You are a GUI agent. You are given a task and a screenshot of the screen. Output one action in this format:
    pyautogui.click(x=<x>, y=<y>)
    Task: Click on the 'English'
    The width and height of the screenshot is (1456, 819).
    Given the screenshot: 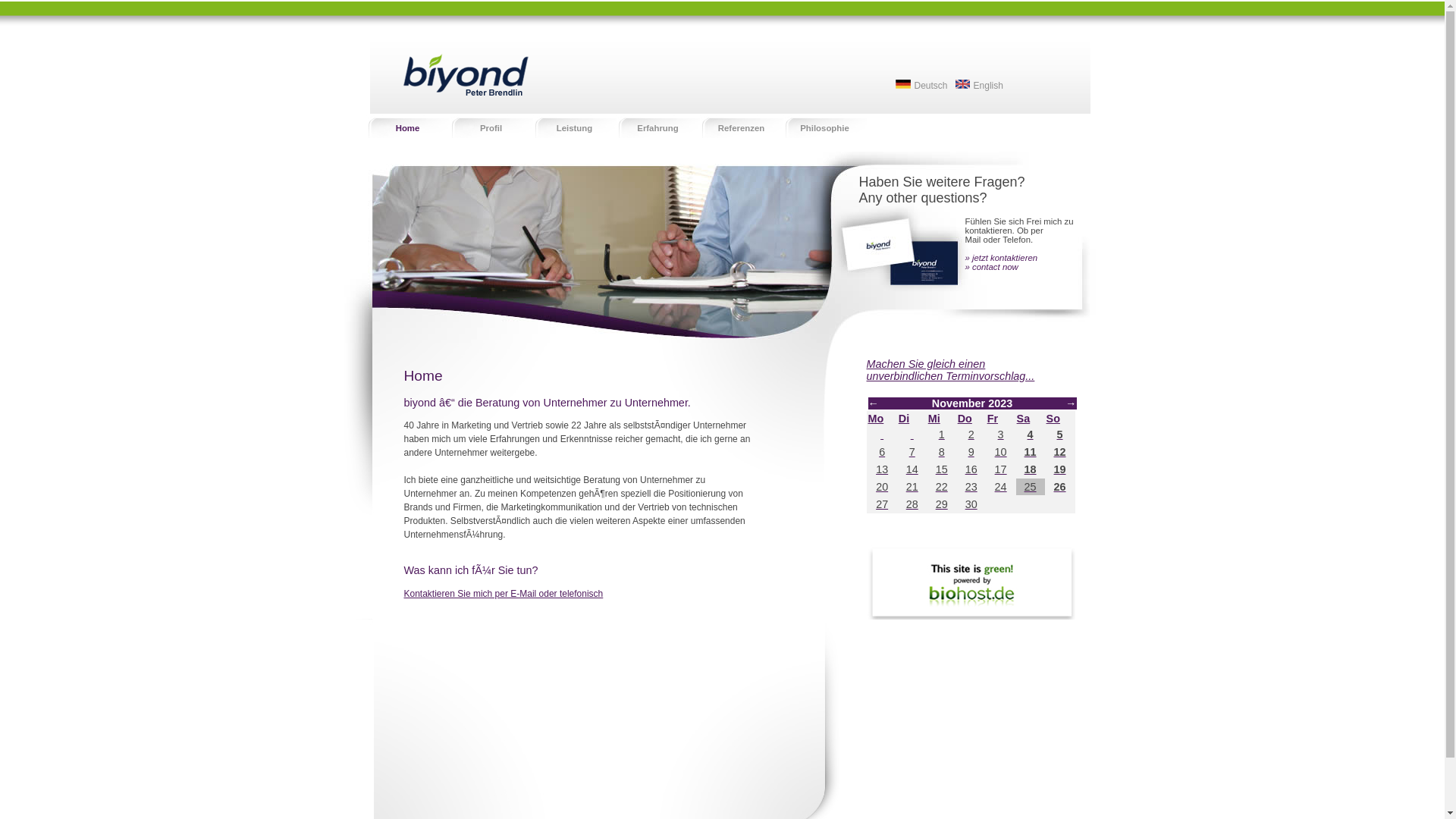 What is the action you would take?
    pyautogui.click(x=979, y=85)
    